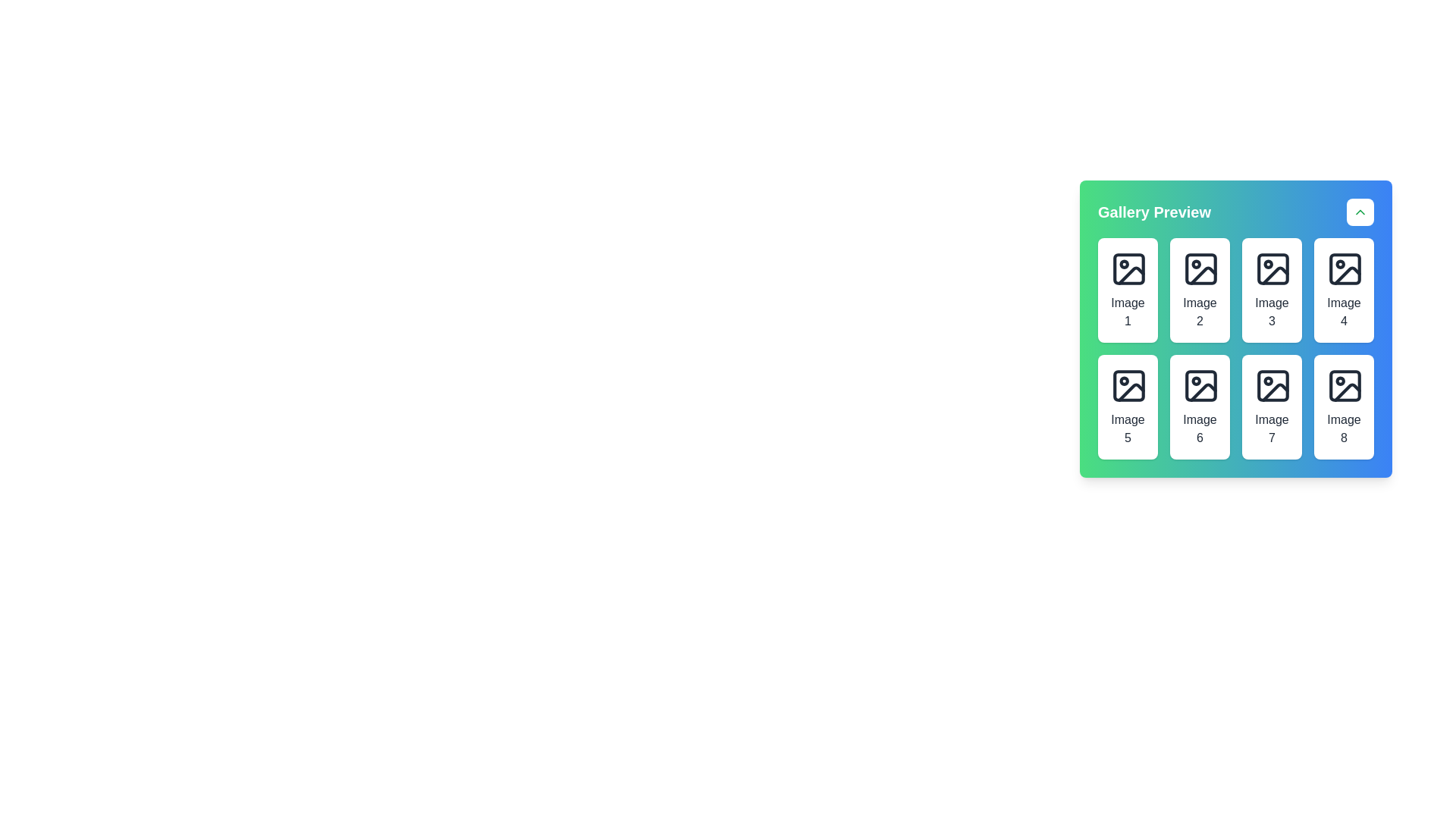 Image resolution: width=1456 pixels, height=819 pixels. Describe the element at coordinates (1272, 312) in the screenshot. I see `the static text label 'Image 3' located below the image icon on the third card in the grid layout` at that location.